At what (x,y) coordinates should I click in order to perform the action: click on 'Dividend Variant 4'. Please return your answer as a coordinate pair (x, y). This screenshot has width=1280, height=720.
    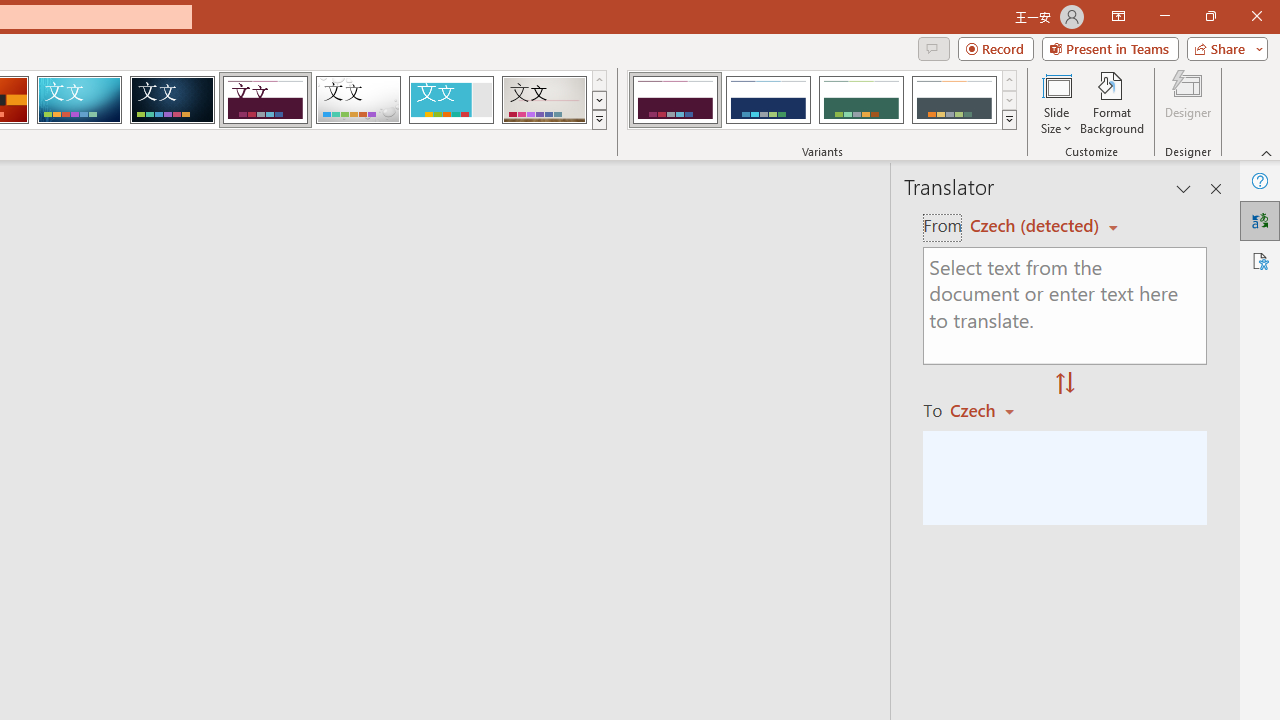
    Looking at the image, I should click on (953, 100).